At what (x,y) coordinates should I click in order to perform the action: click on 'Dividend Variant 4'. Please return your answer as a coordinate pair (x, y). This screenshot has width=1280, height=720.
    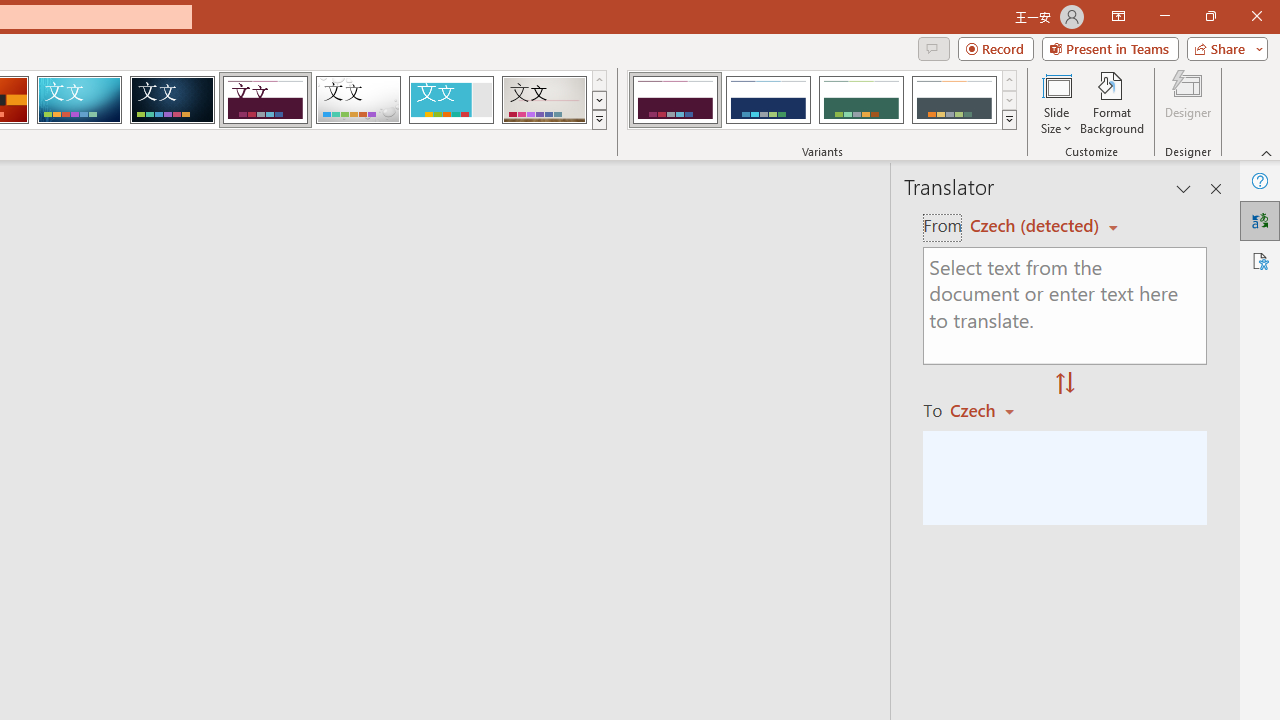
    Looking at the image, I should click on (953, 100).